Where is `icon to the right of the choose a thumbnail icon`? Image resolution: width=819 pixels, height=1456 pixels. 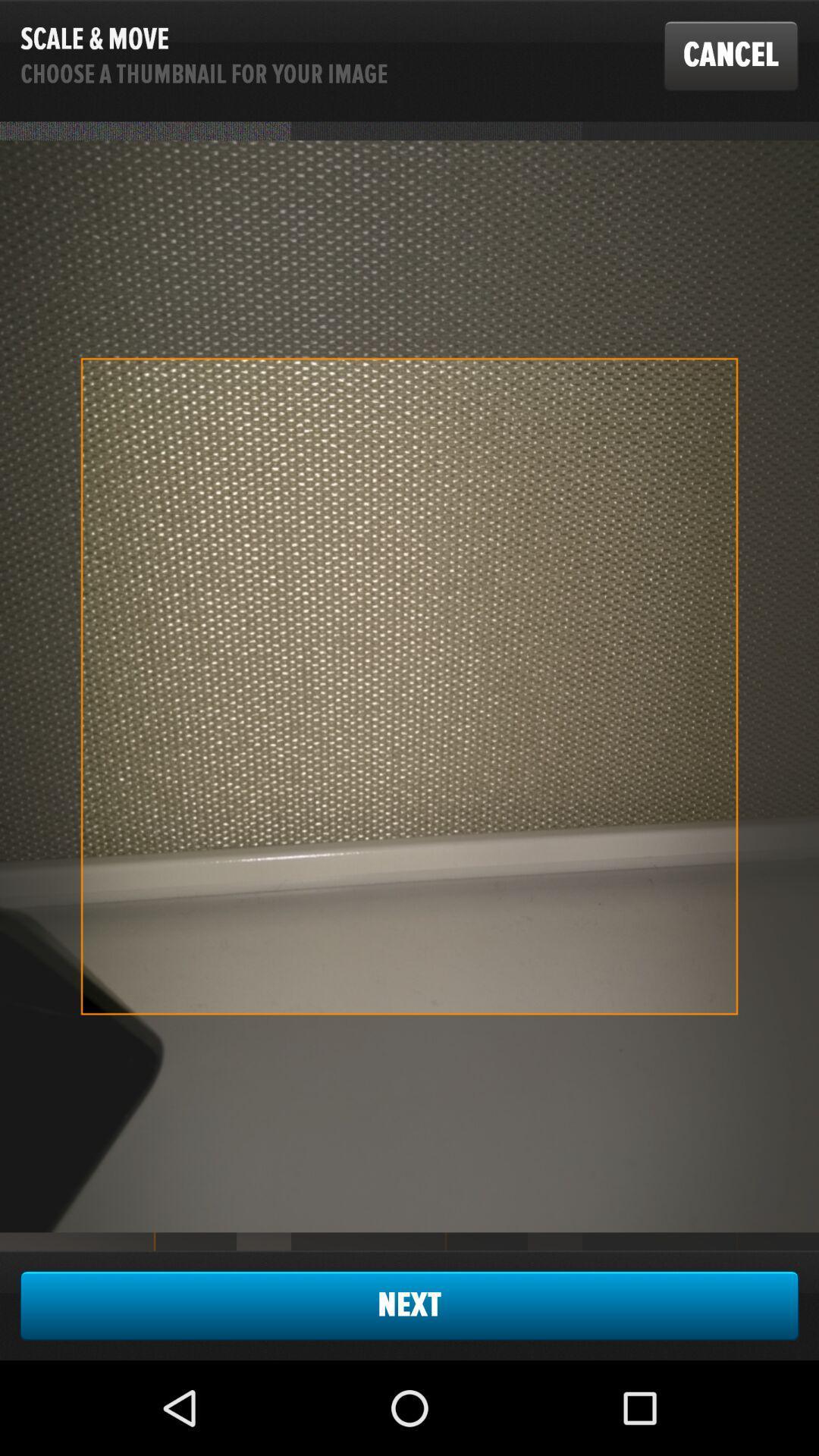
icon to the right of the choose a thumbnail icon is located at coordinates (730, 55).